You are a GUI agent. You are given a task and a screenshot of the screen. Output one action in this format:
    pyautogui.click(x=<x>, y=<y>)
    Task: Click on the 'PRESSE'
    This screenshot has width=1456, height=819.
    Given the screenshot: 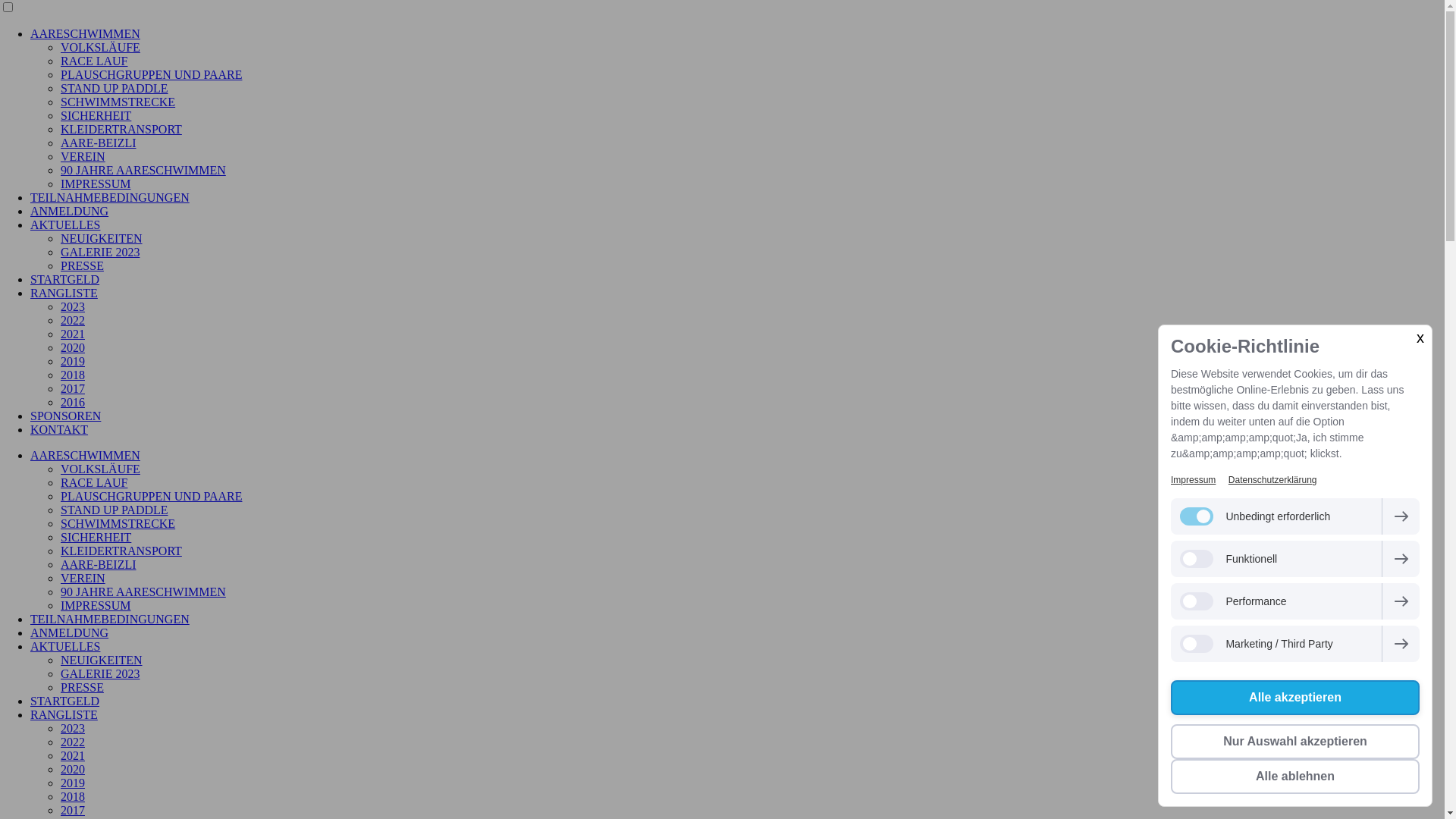 What is the action you would take?
    pyautogui.click(x=81, y=687)
    